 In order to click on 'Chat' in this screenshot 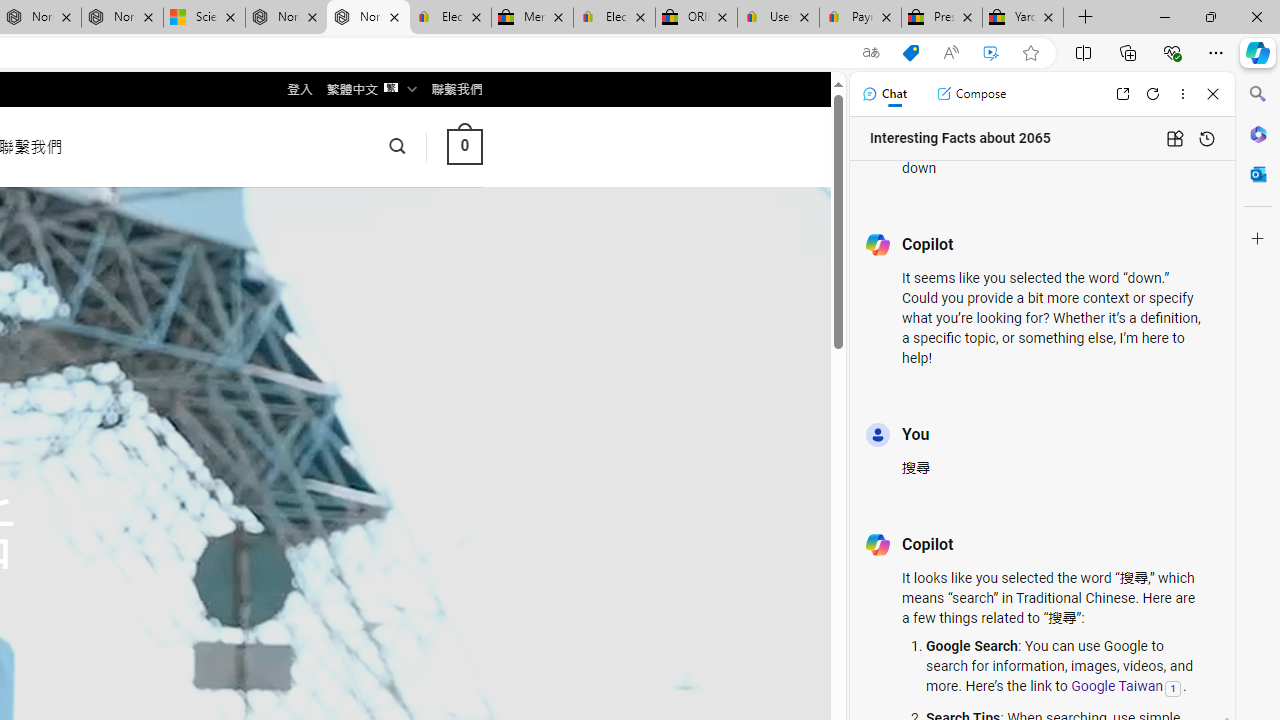, I will do `click(883, 93)`.